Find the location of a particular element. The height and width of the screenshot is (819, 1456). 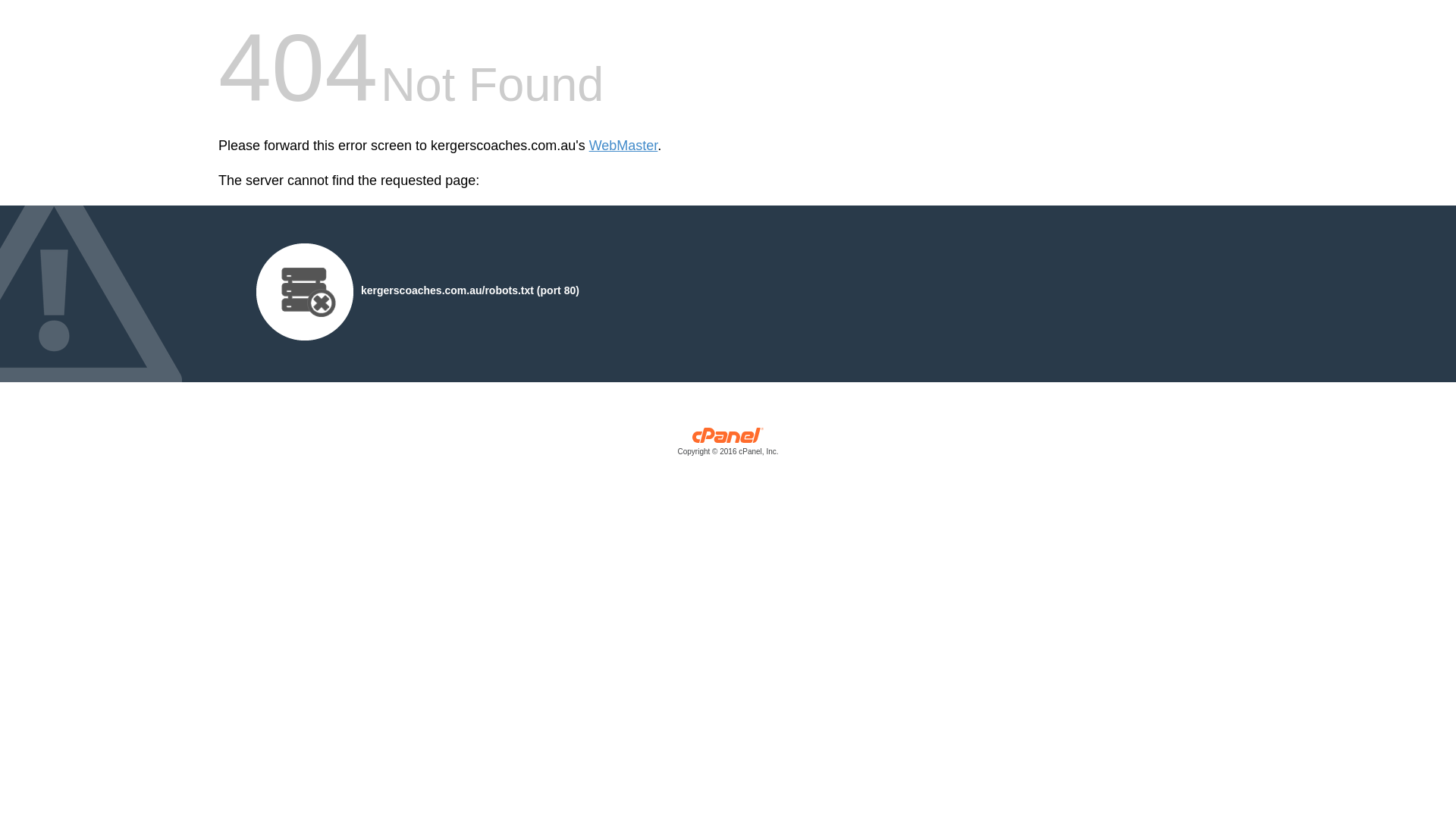

'WebMaster' is located at coordinates (623, 146).